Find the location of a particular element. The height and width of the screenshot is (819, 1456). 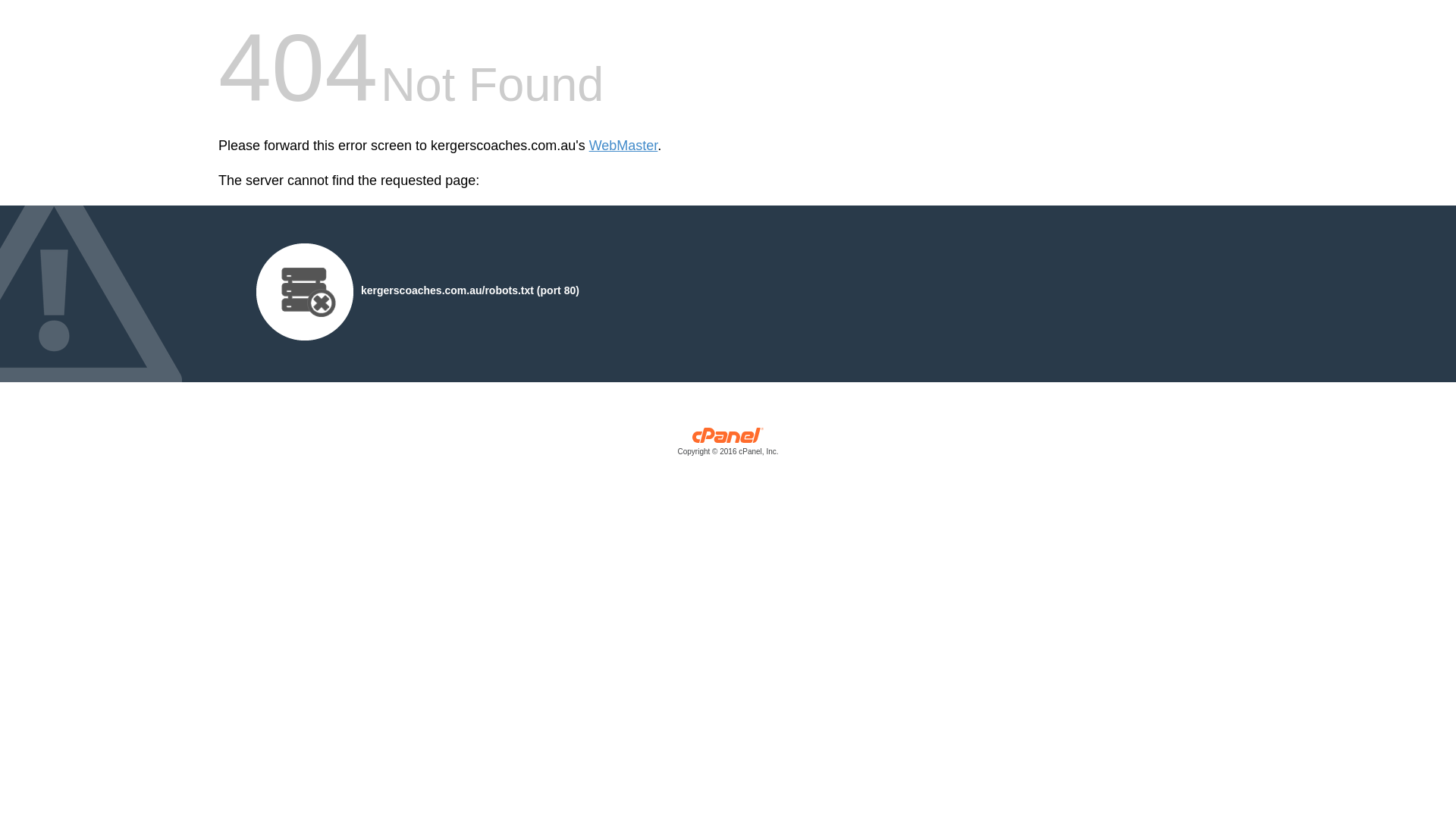

'WebMaster' is located at coordinates (623, 146).